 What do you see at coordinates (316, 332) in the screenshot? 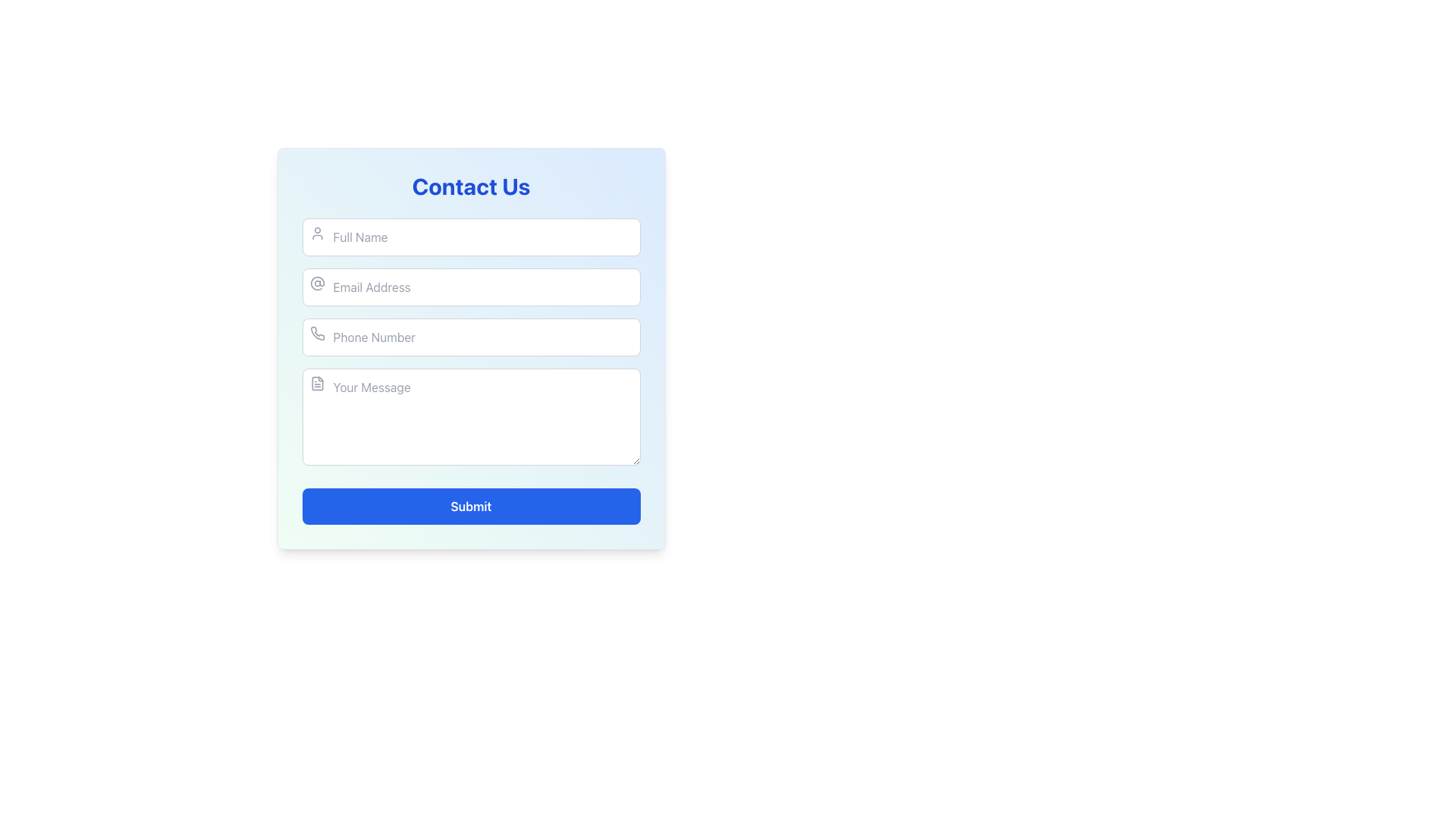
I see `the SVG-based phone receiver icon located to the left of the 'Phone Number' text input field in the 'Contact Us' form` at bounding box center [316, 332].